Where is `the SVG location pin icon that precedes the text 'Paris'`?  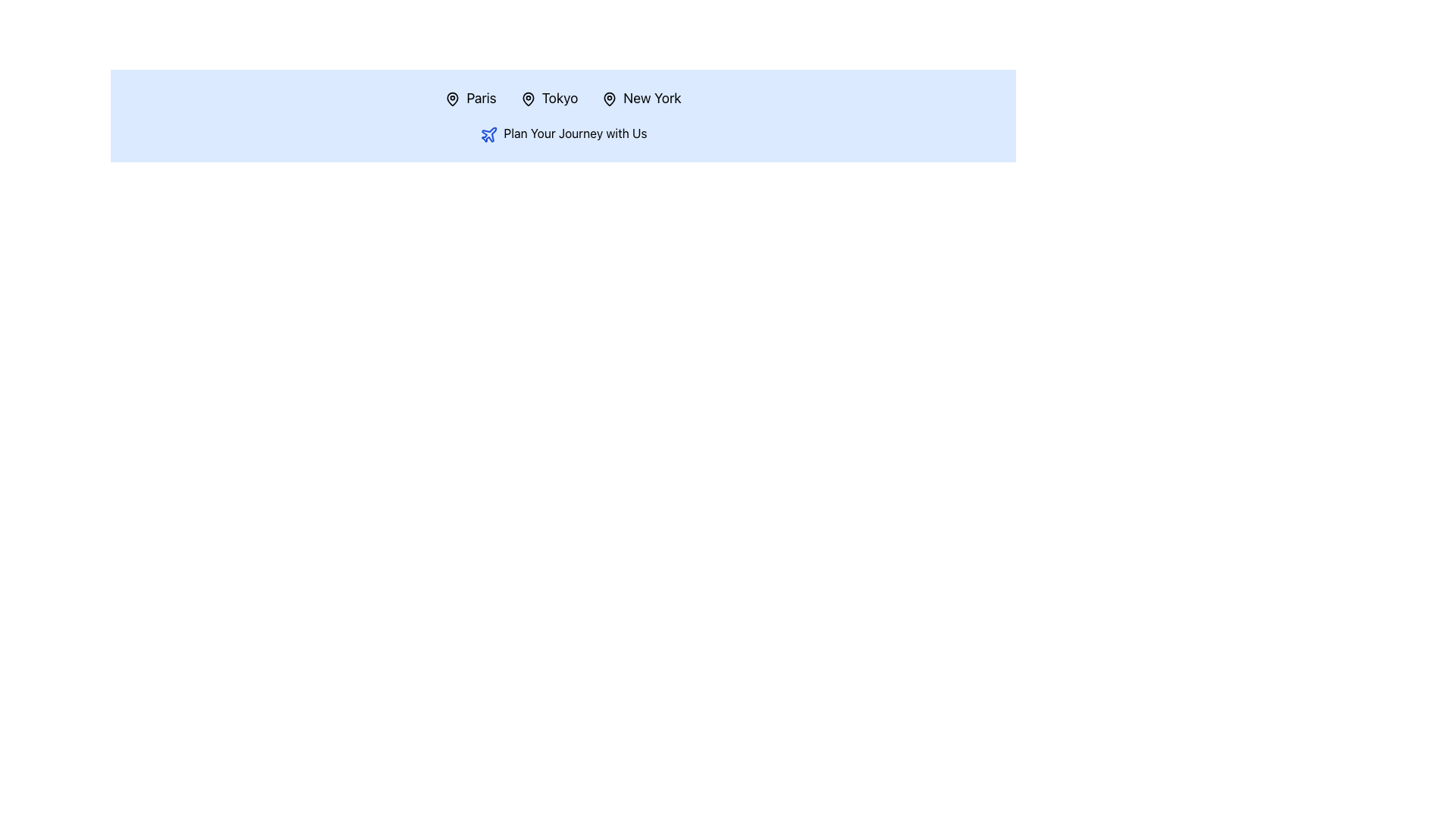 the SVG location pin icon that precedes the text 'Paris' is located at coordinates (452, 99).